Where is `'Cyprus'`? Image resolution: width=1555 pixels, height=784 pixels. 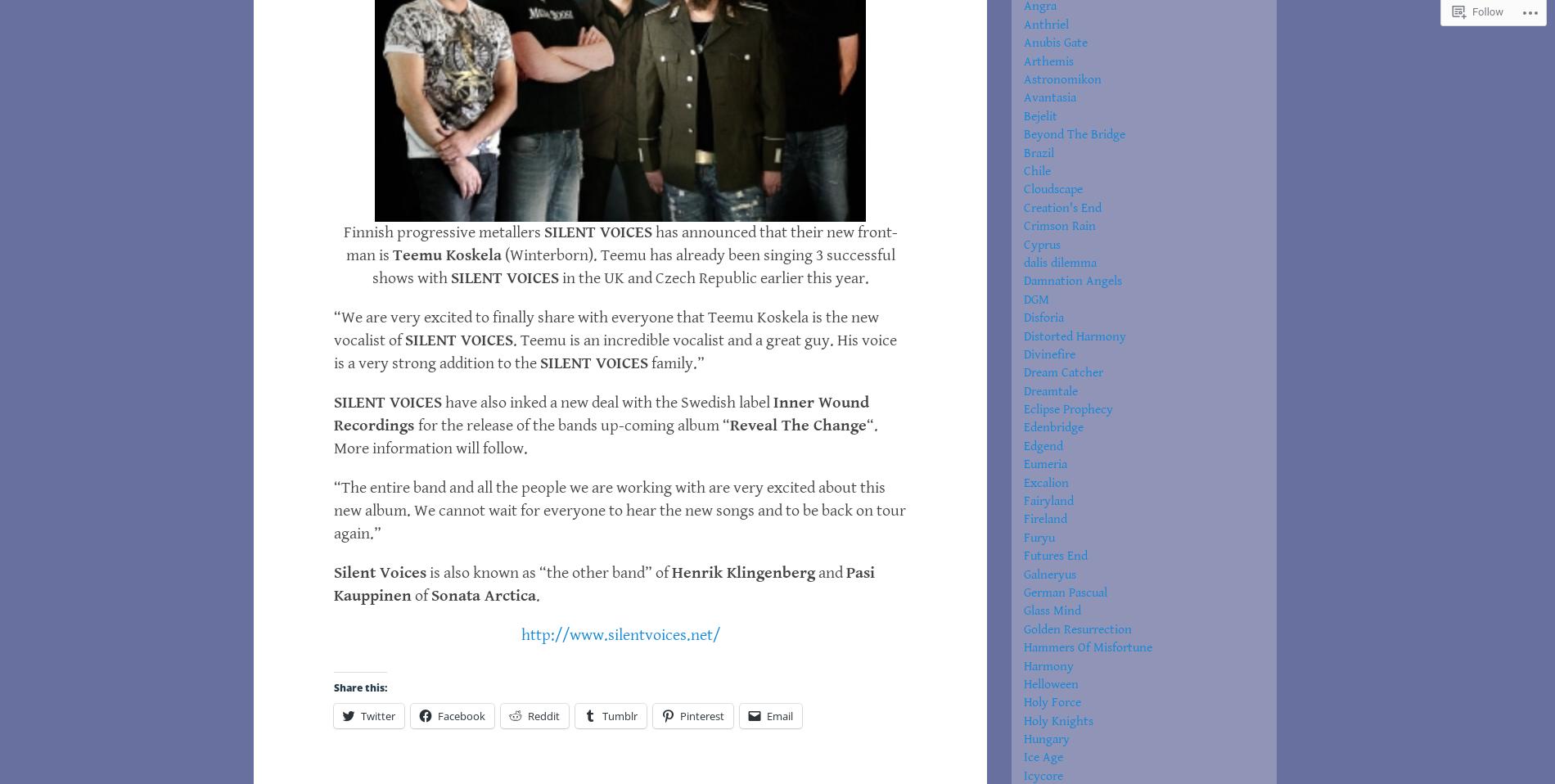 'Cyprus' is located at coordinates (1041, 244).